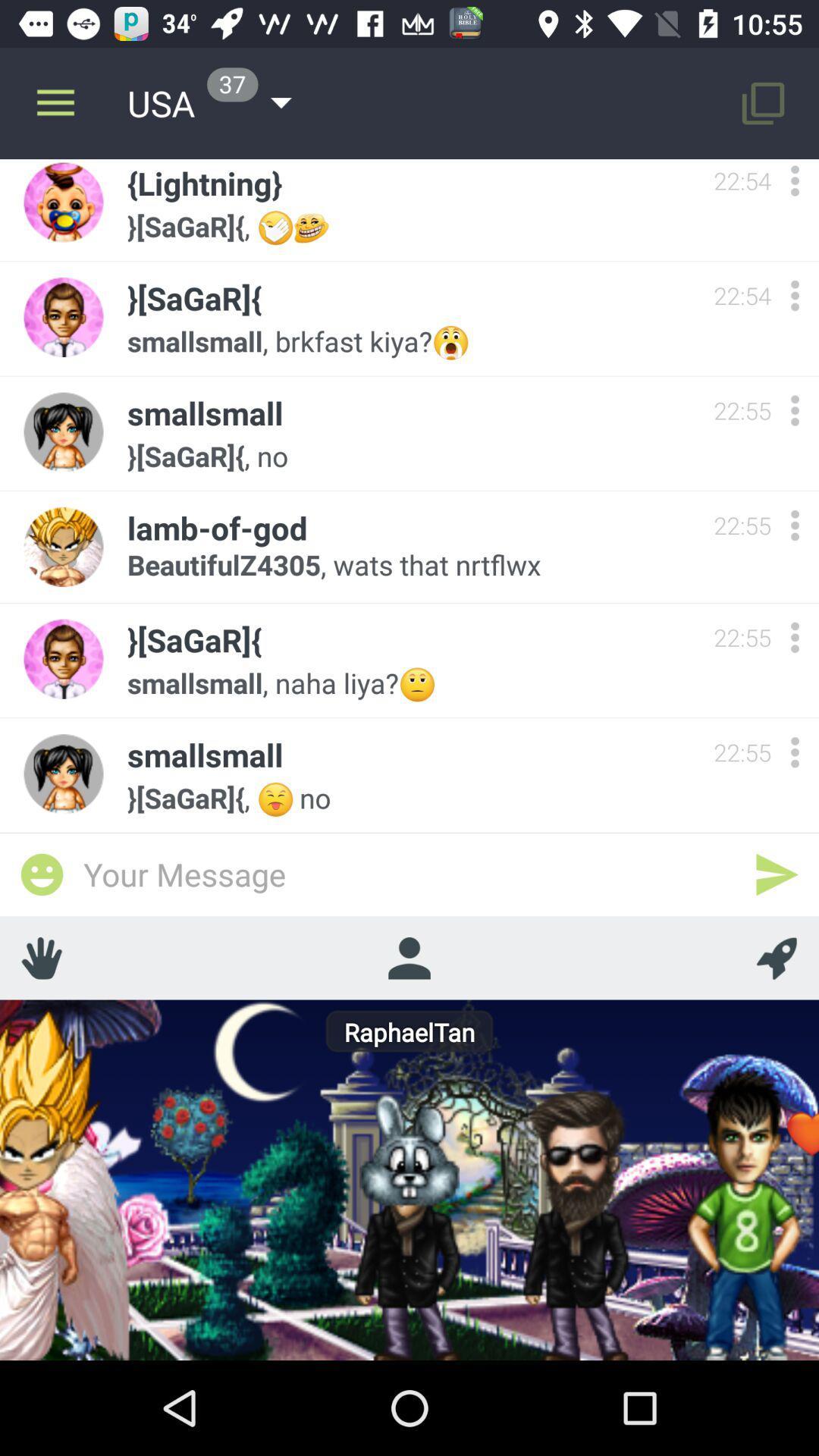  What do you see at coordinates (41, 874) in the screenshot?
I see `the emoji icon` at bounding box center [41, 874].